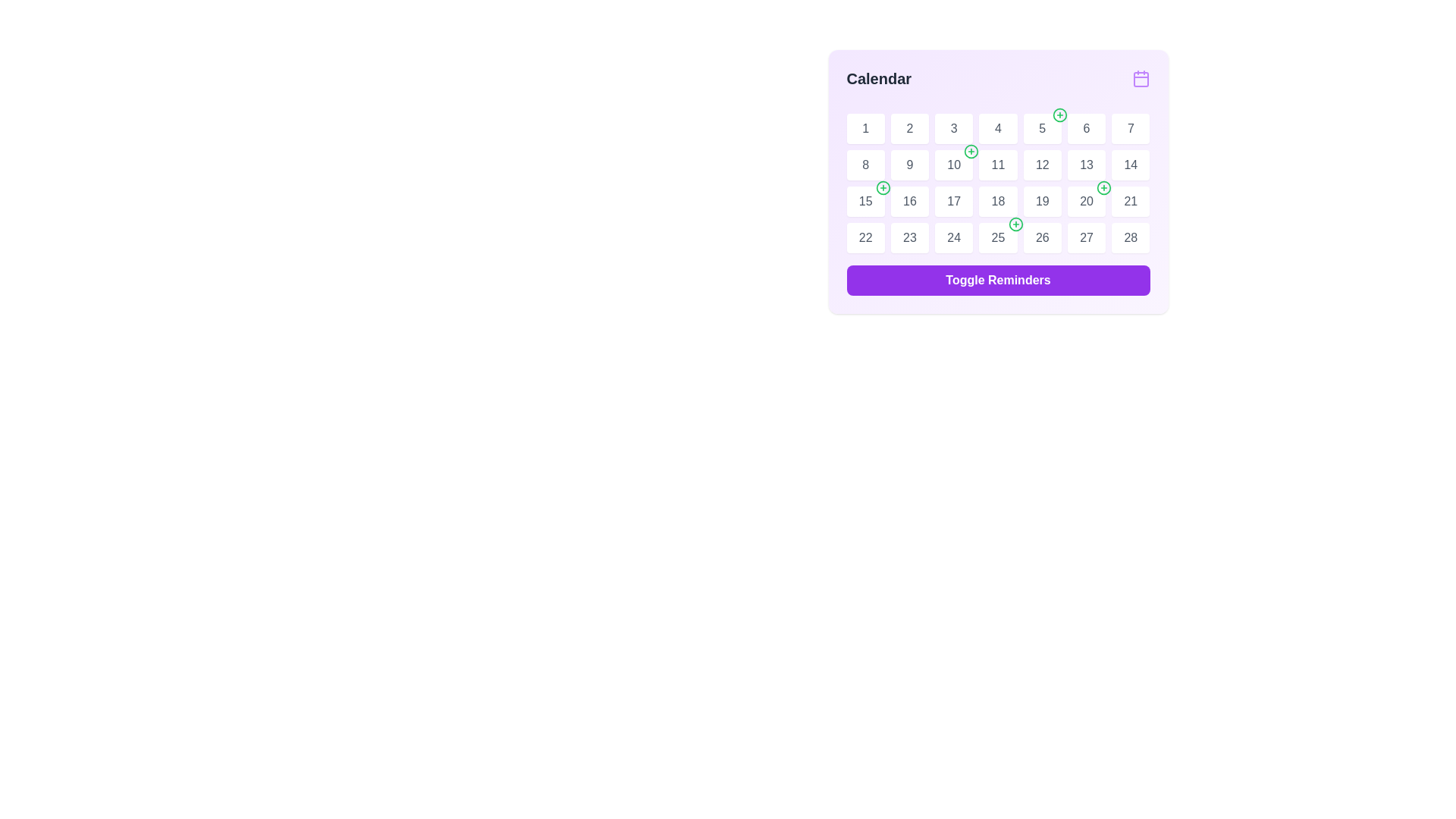 The height and width of the screenshot is (819, 1456). Describe the element at coordinates (1131, 201) in the screenshot. I see `the static text element representing the 21st day in the calendar view, located in the third row and seventh column, adjacent to '20' and '28'` at that location.